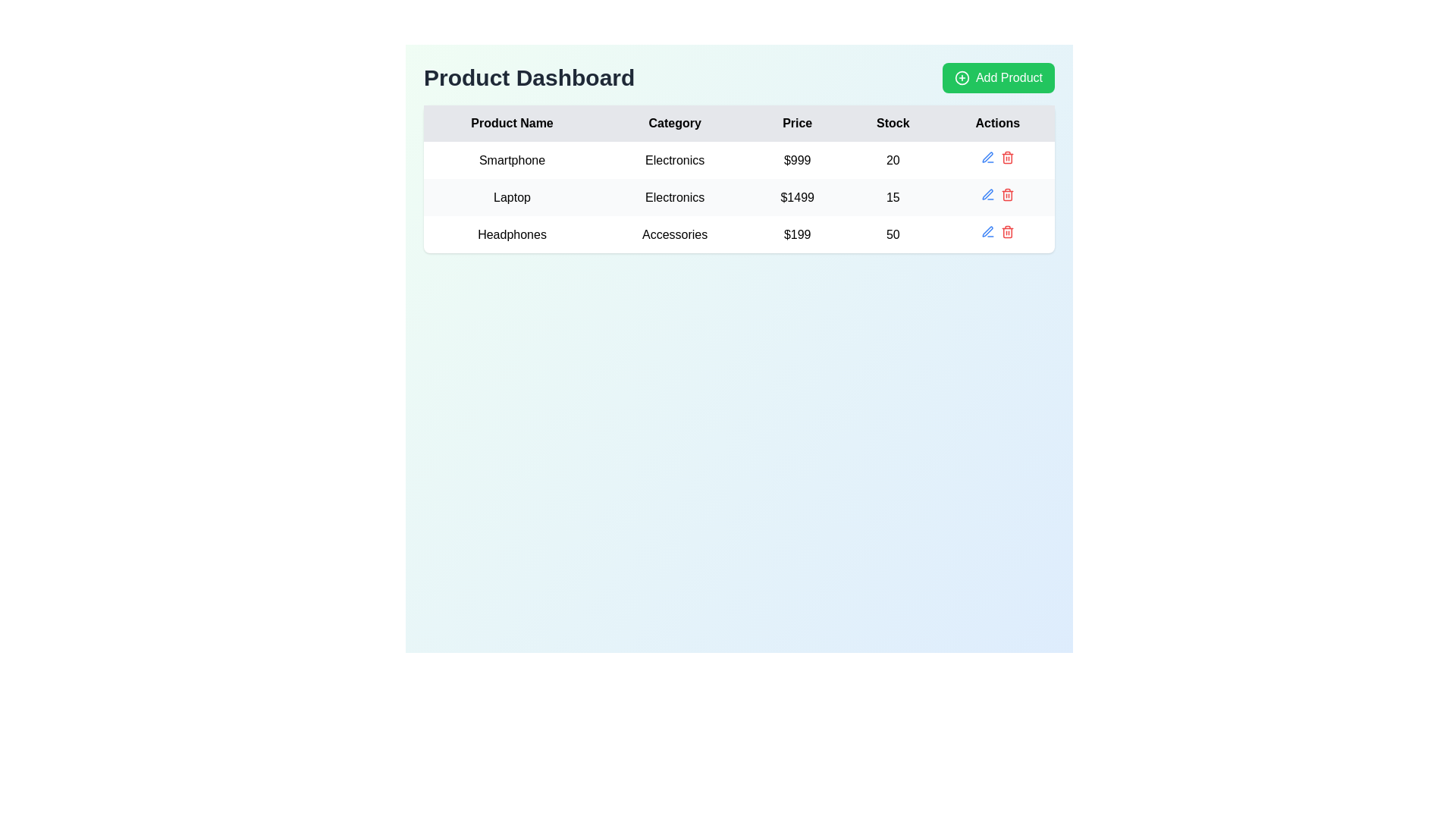 The image size is (1456, 819). I want to click on the third row in the table that contains the 'Headphones' product, 'Accessories' category, '$199' price, and '50' stock, so click(739, 234).